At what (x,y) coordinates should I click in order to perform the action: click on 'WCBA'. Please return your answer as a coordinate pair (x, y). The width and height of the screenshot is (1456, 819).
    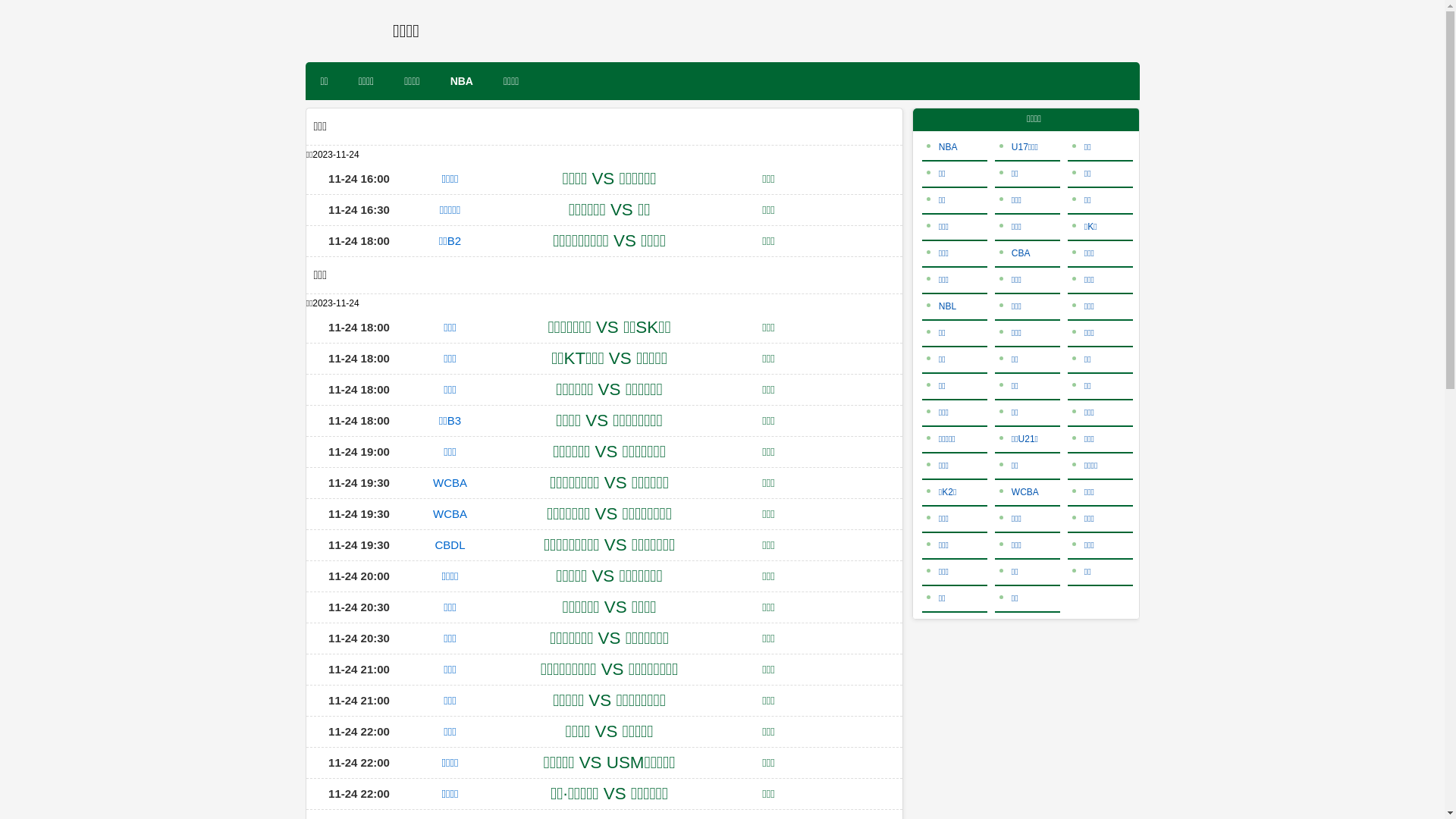
    Looking at the image, I should click on (1019, 491).